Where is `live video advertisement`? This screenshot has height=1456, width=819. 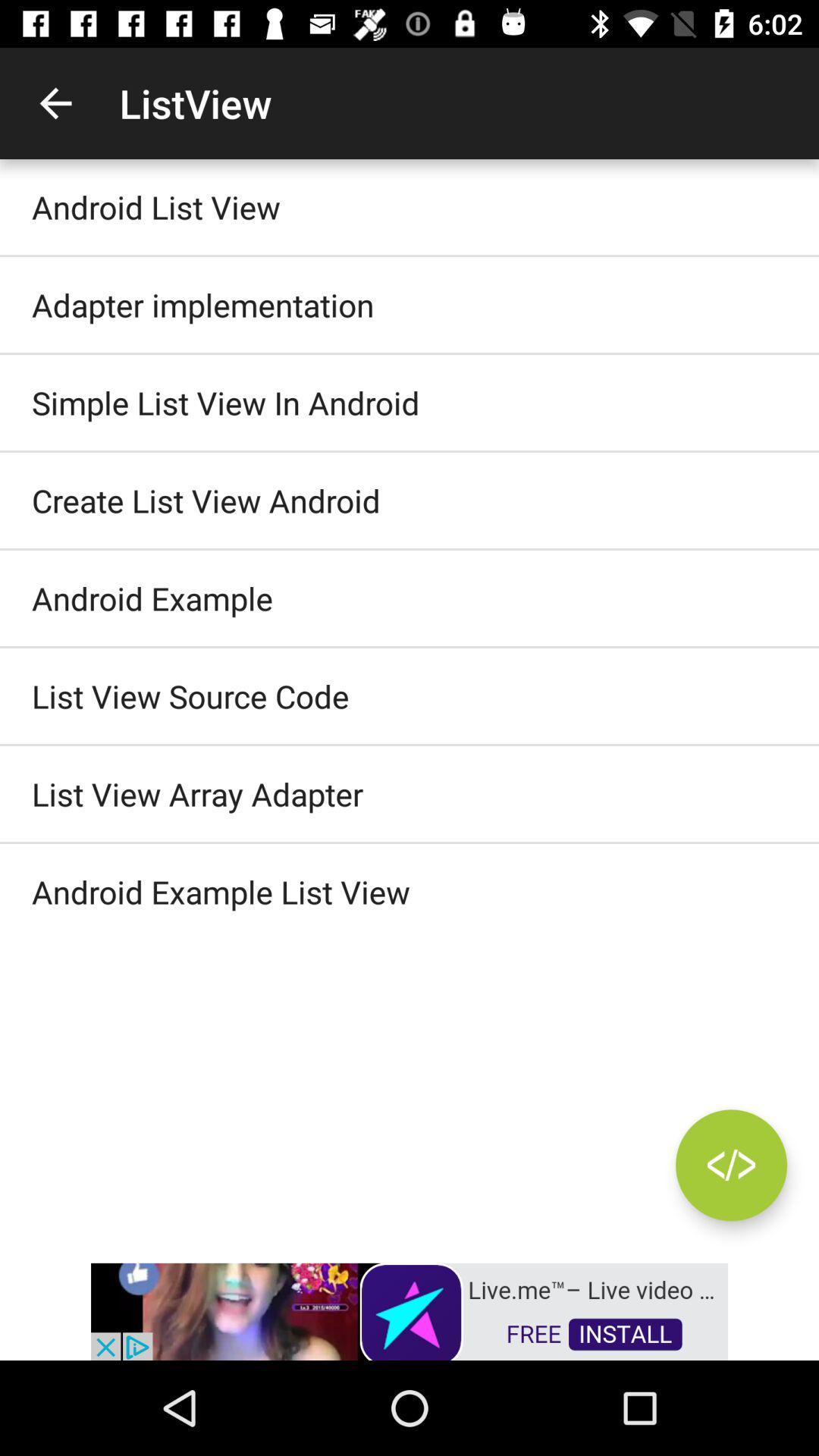 live video advertisement is located at coordinates (409, 1310).